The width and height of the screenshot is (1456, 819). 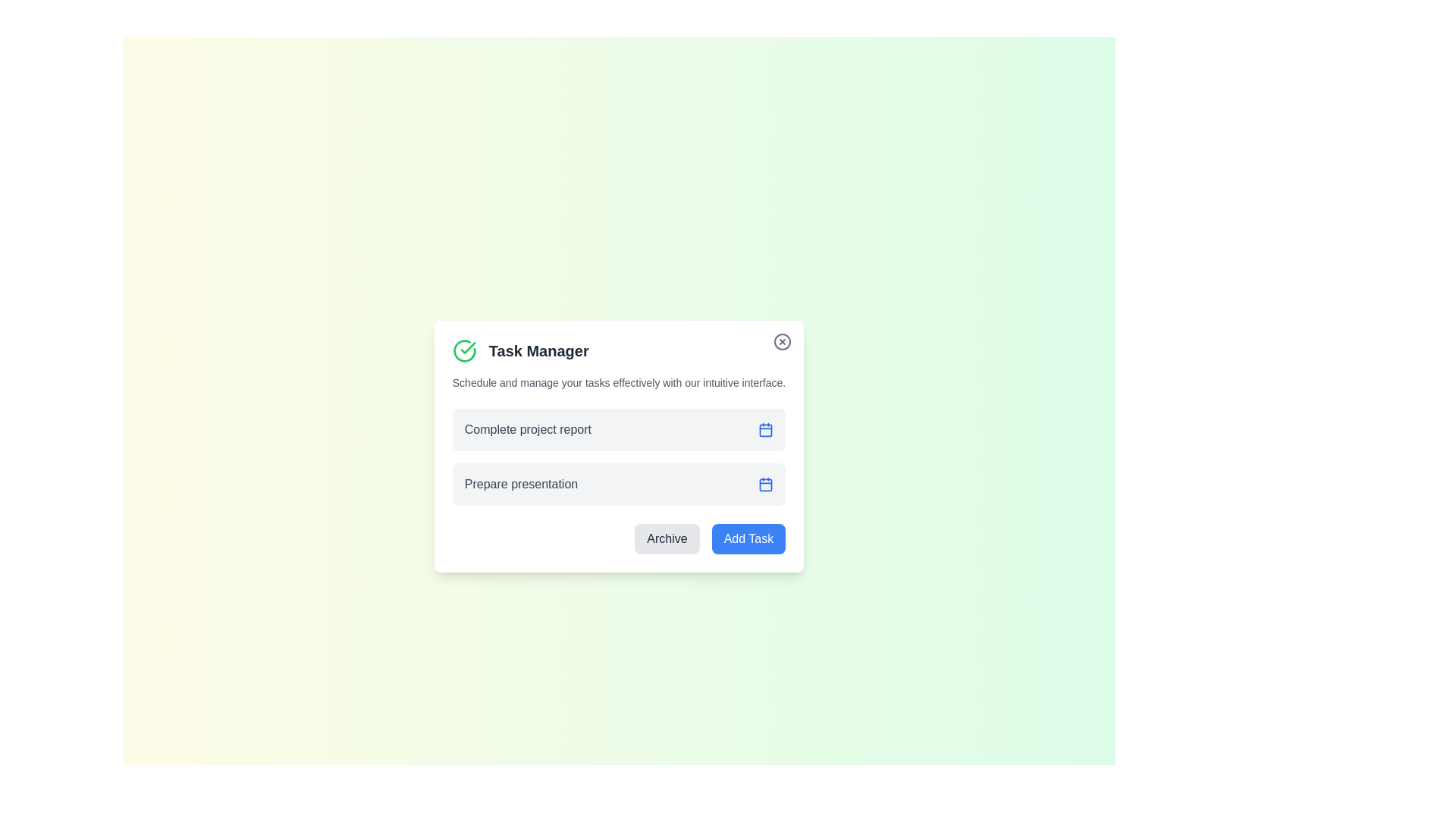 What do you see at coordinates (765, 485) in the screenshot?
I see `the calendar icon associated with the task Prepare presentation` at bounding box center [765, 485].